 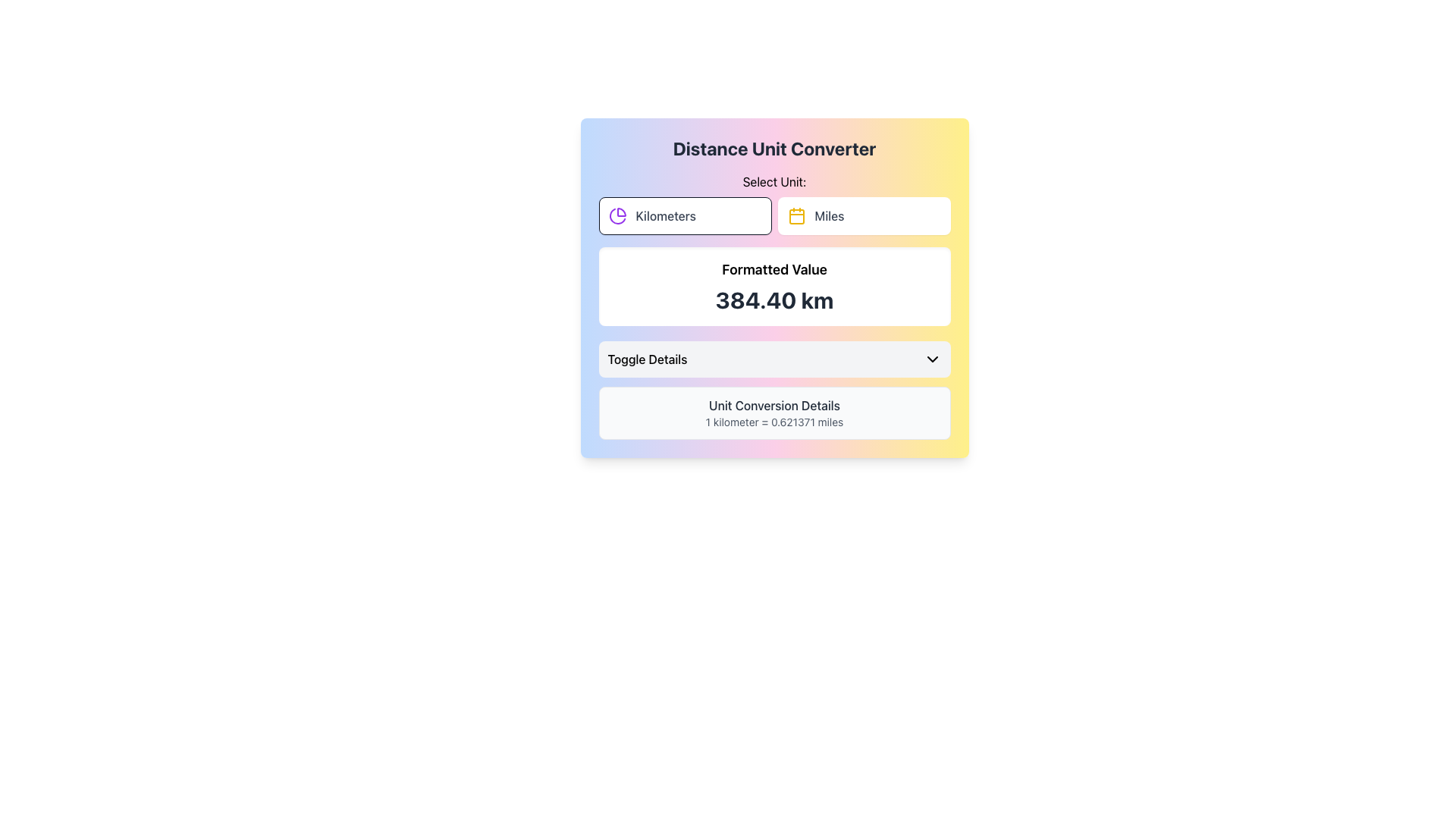 I want to click on the 'Miles' button, which is the second option in the 'Select Unit:' group in the 'Distance Unit Converter' tool, so click(x=864, y=216).